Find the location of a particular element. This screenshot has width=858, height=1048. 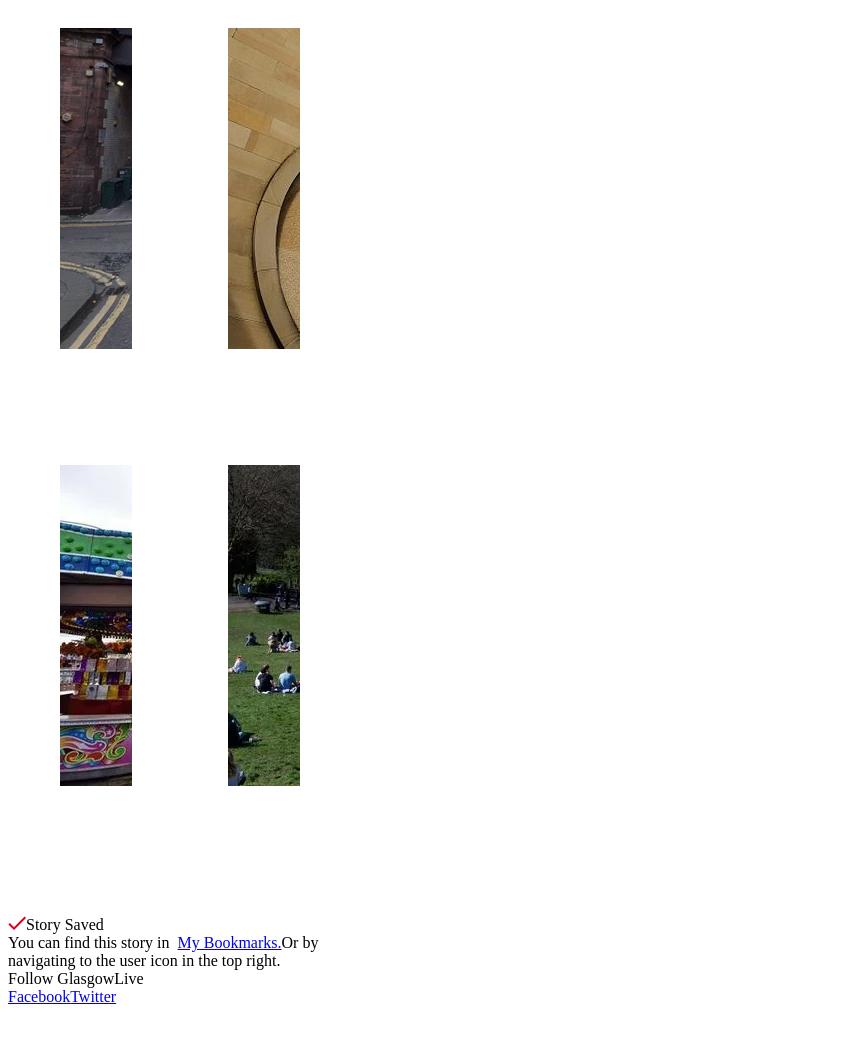

'You can find this story in' is located at coordinates (92, 942).